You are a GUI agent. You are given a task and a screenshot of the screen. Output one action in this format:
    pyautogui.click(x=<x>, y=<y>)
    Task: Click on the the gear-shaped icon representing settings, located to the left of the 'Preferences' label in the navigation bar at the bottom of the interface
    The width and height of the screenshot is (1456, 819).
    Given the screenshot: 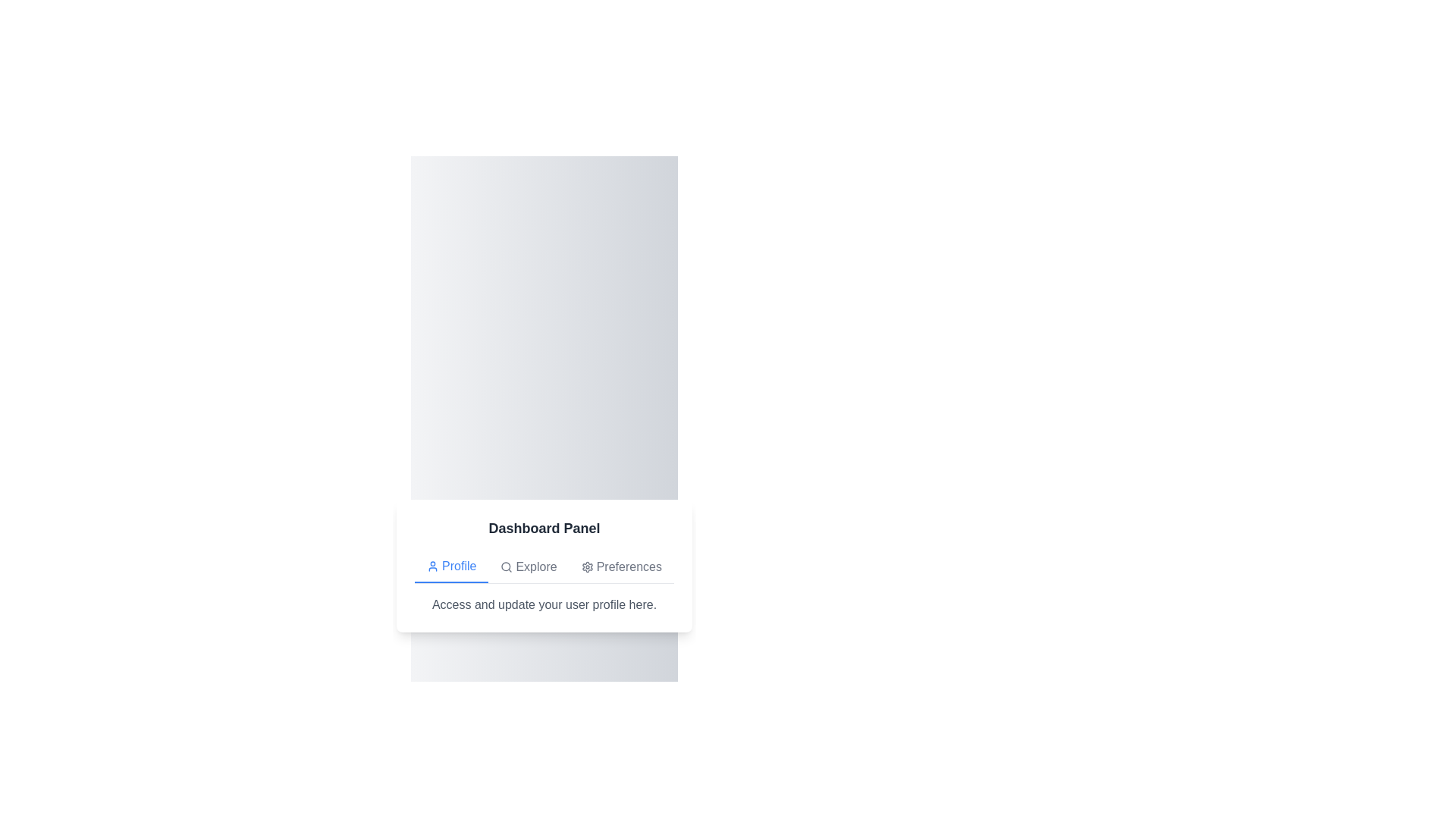 What is the action you would take?
    pyautogui.click(x=586, y=566)
    